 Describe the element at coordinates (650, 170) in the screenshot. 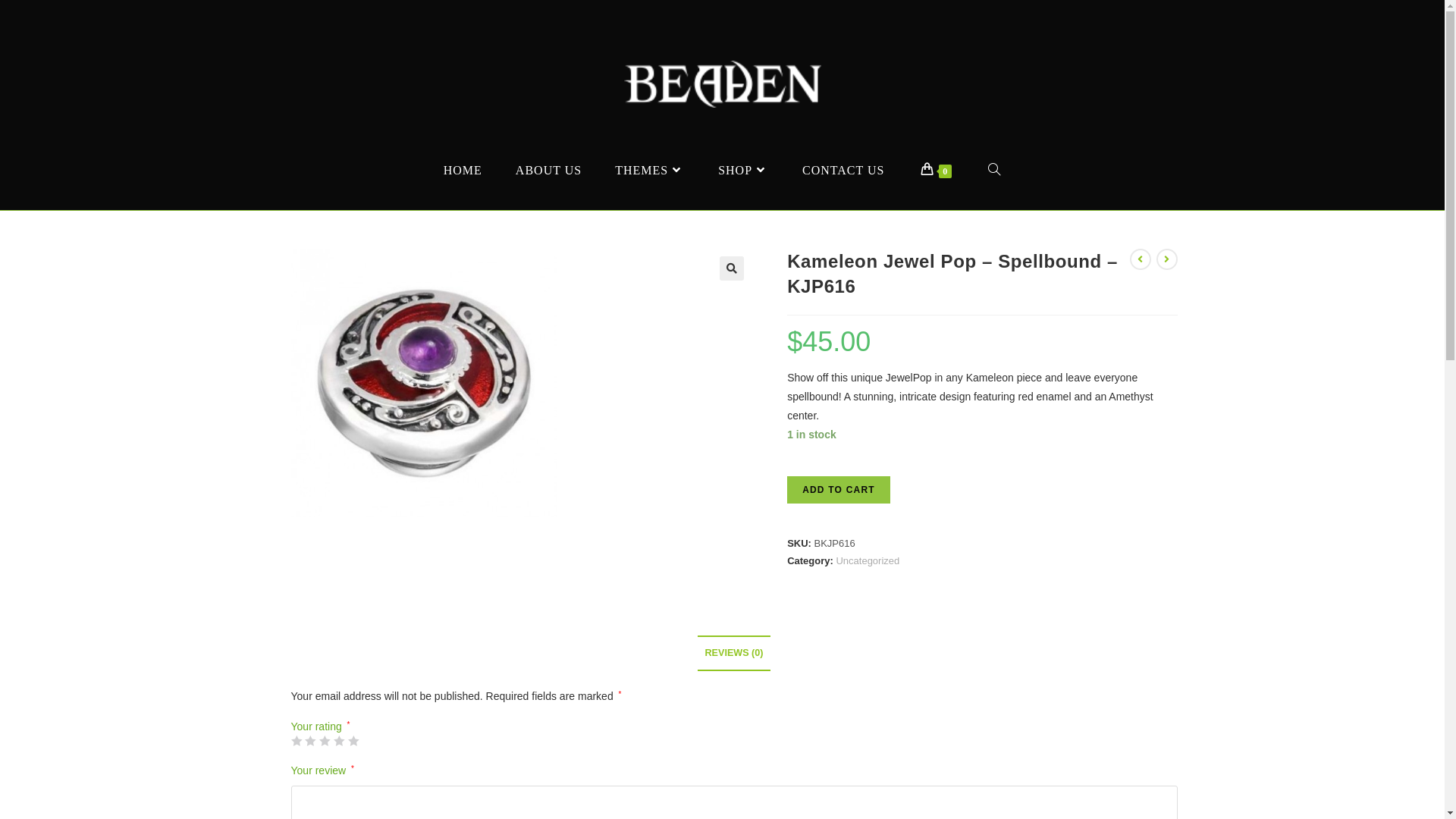

I see `'THEMES'` at that location.